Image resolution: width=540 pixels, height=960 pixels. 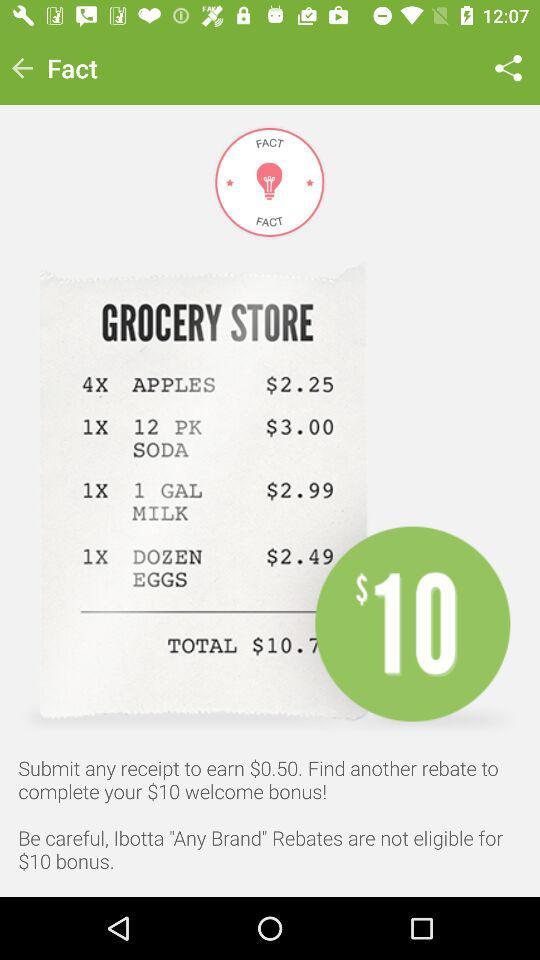 I want to click on item to the right of the fact, so click(x=508, y=68).